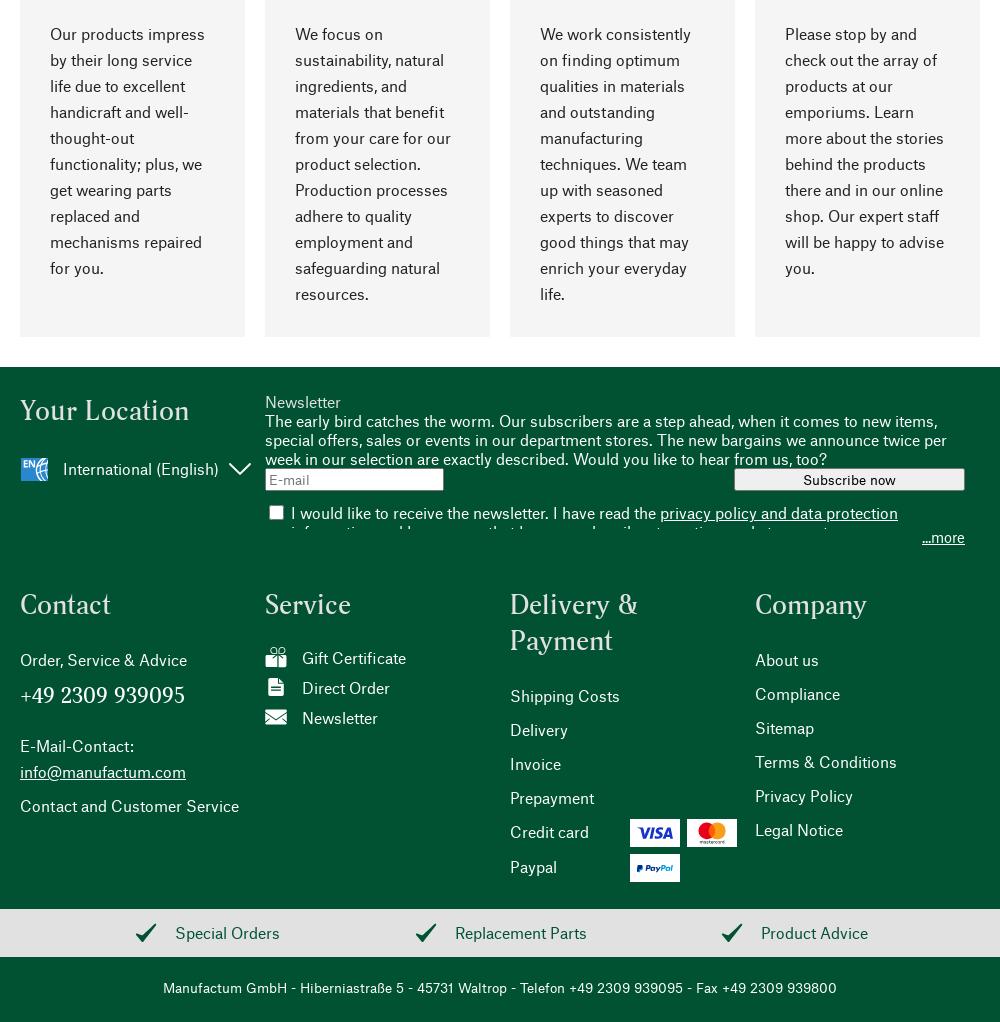 Image resolution: width=1000 pixels, height=1022 pixels. I want to click on 'privacy policy and data protection information', so click(291, 521).